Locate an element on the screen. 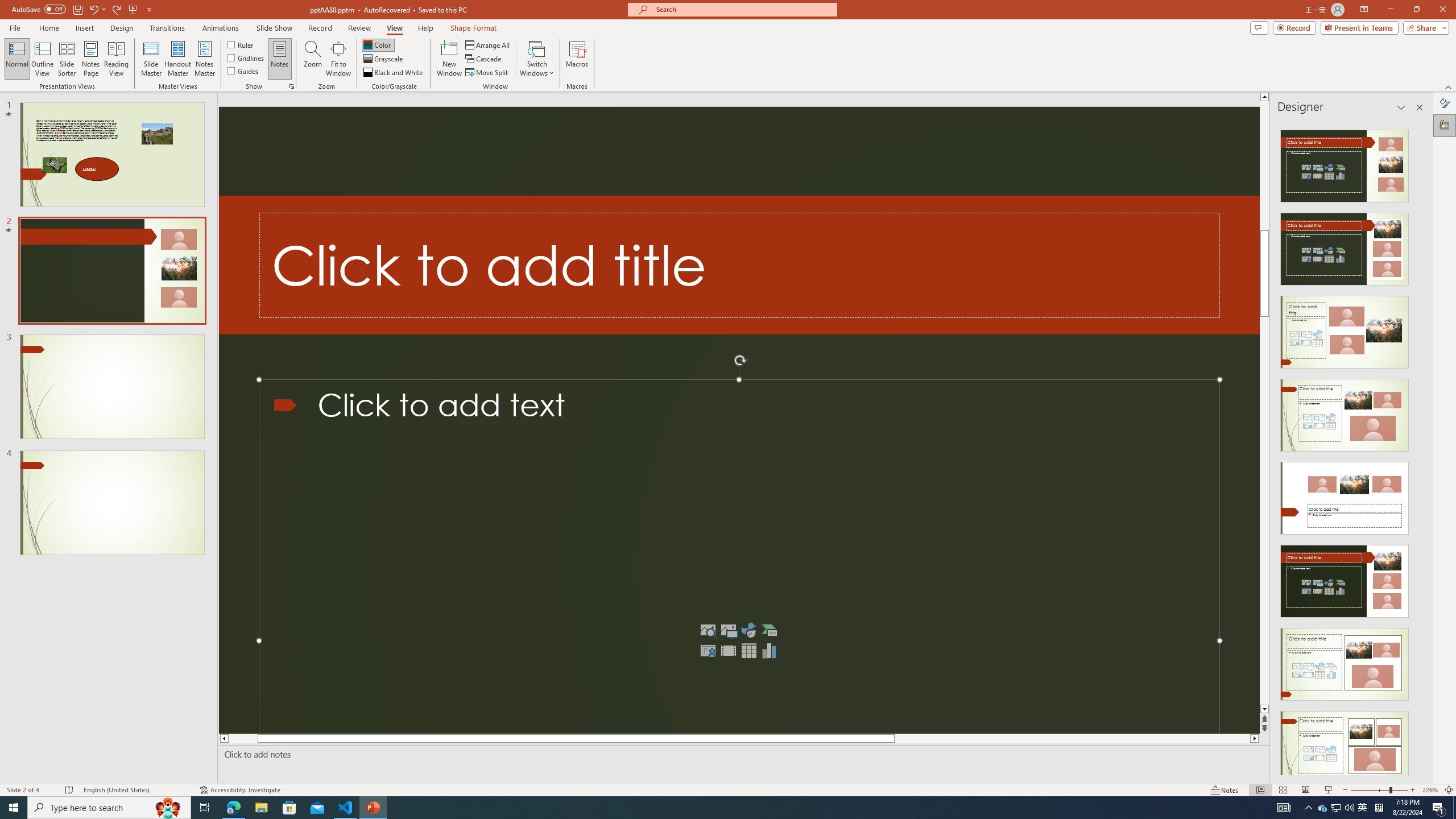  'Zoom 226%' is located at coordinates (1430, 790).